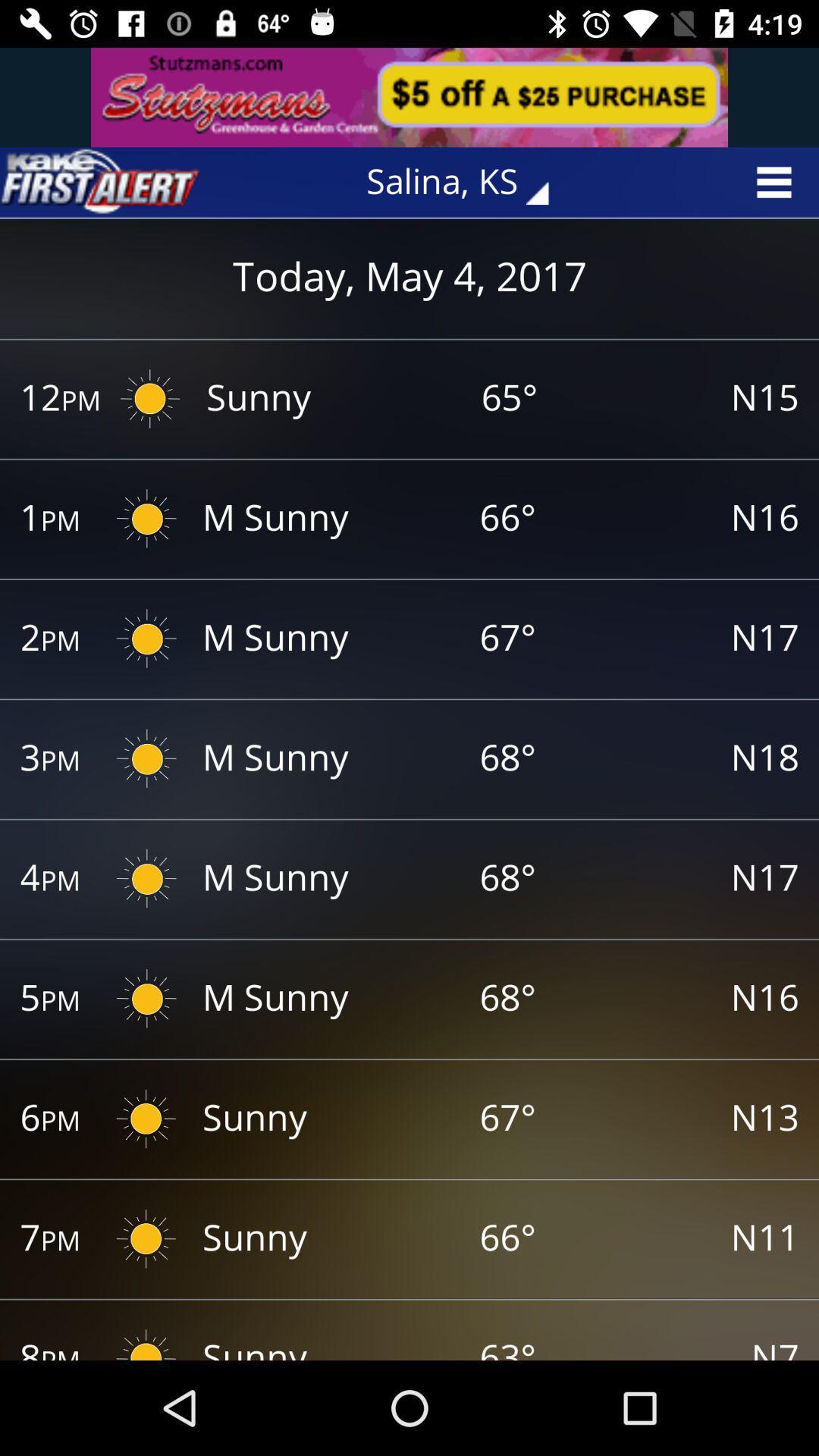  I want to click on return to the main screen, so click(99, 182).